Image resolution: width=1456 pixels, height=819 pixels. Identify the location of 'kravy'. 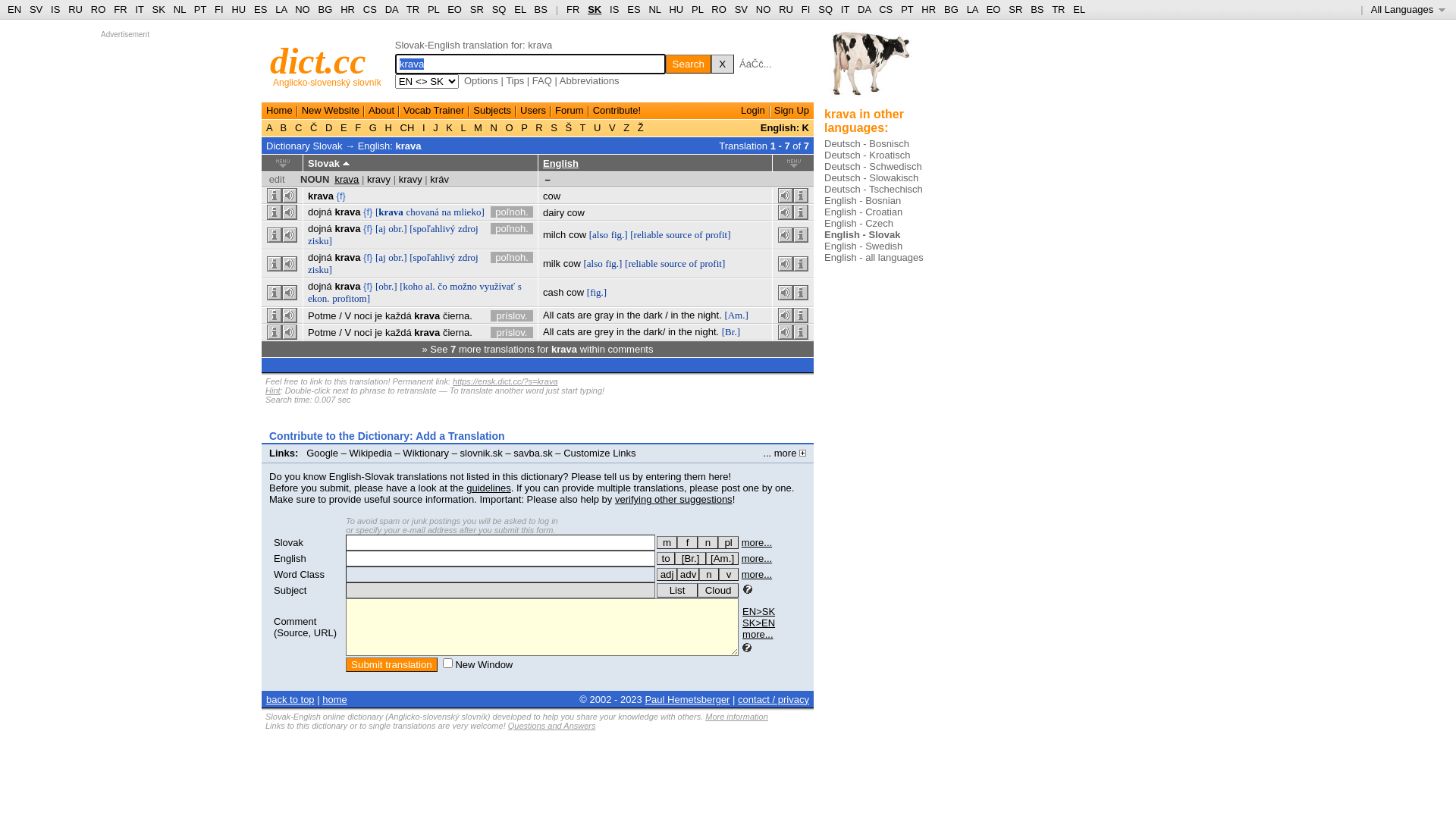
(378, 178).